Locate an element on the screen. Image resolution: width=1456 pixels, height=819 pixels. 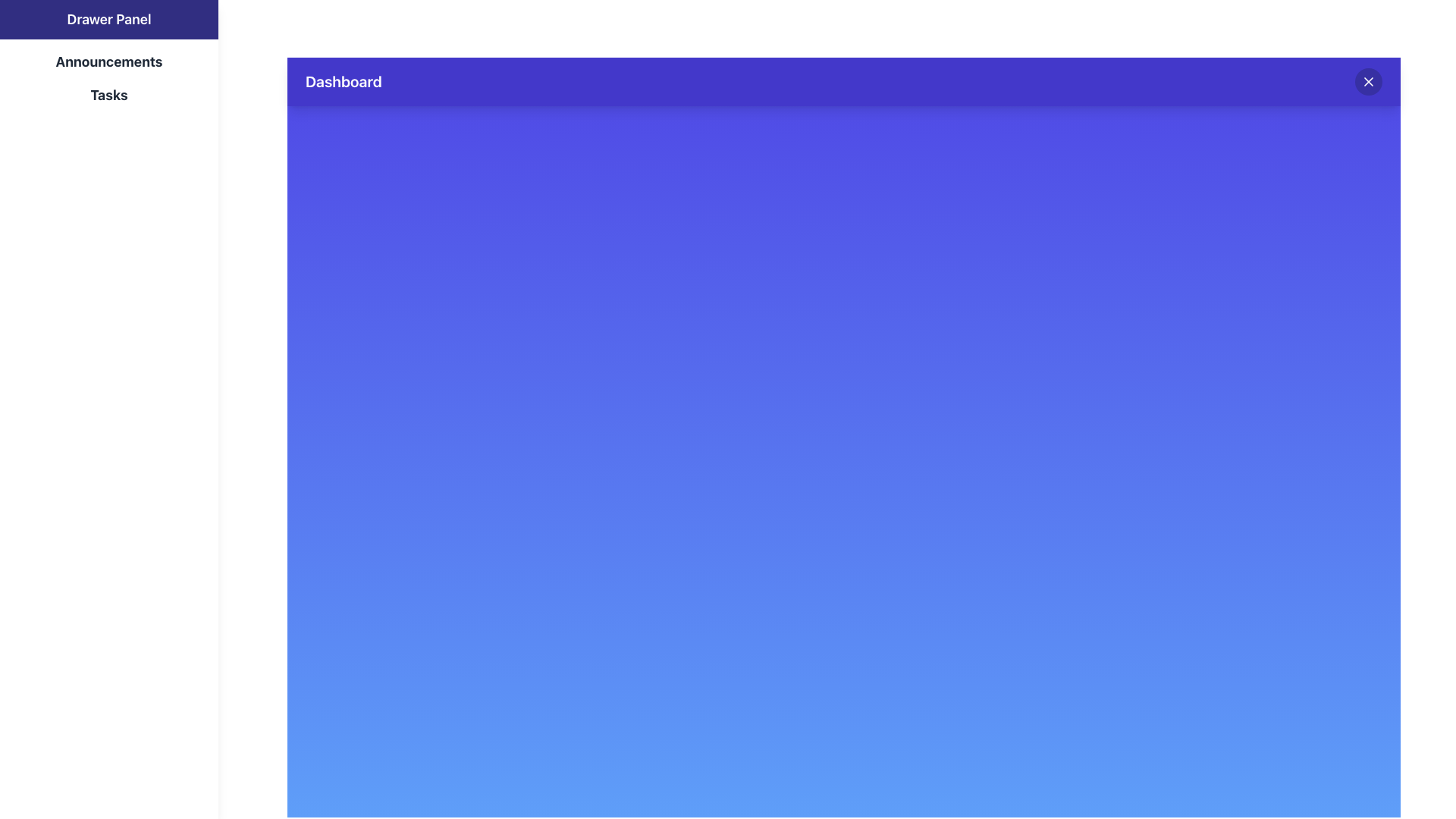
the circular button icon depicting a cross or 'X' sign with rounded lines located at the top-right corner of the header section is located at coordinates (1368, 82).